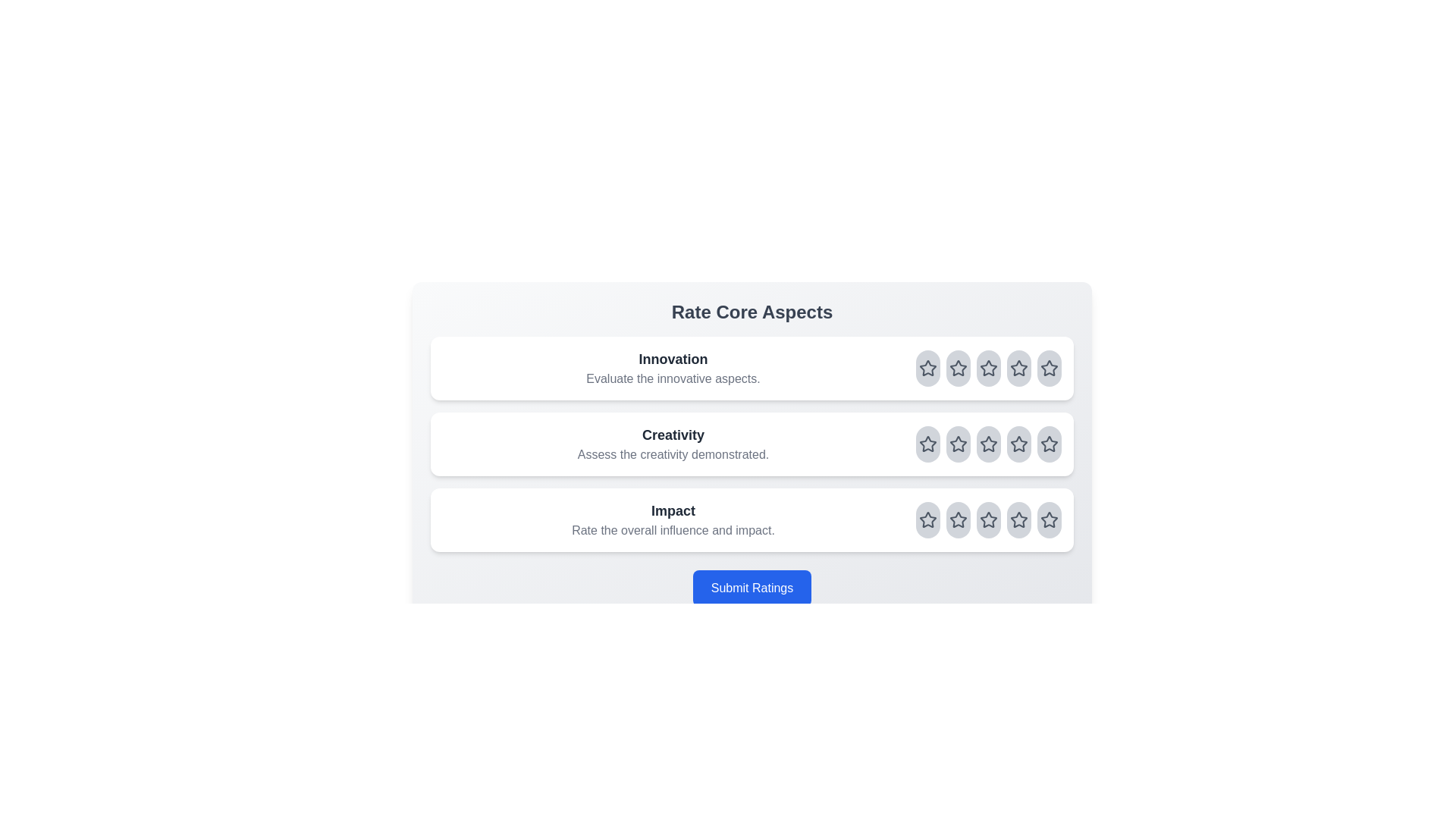 This screenshot has width=1456, height=819. I want to click on 'Submit Ratings' button to submit the selected ratings, so click(752, 587).